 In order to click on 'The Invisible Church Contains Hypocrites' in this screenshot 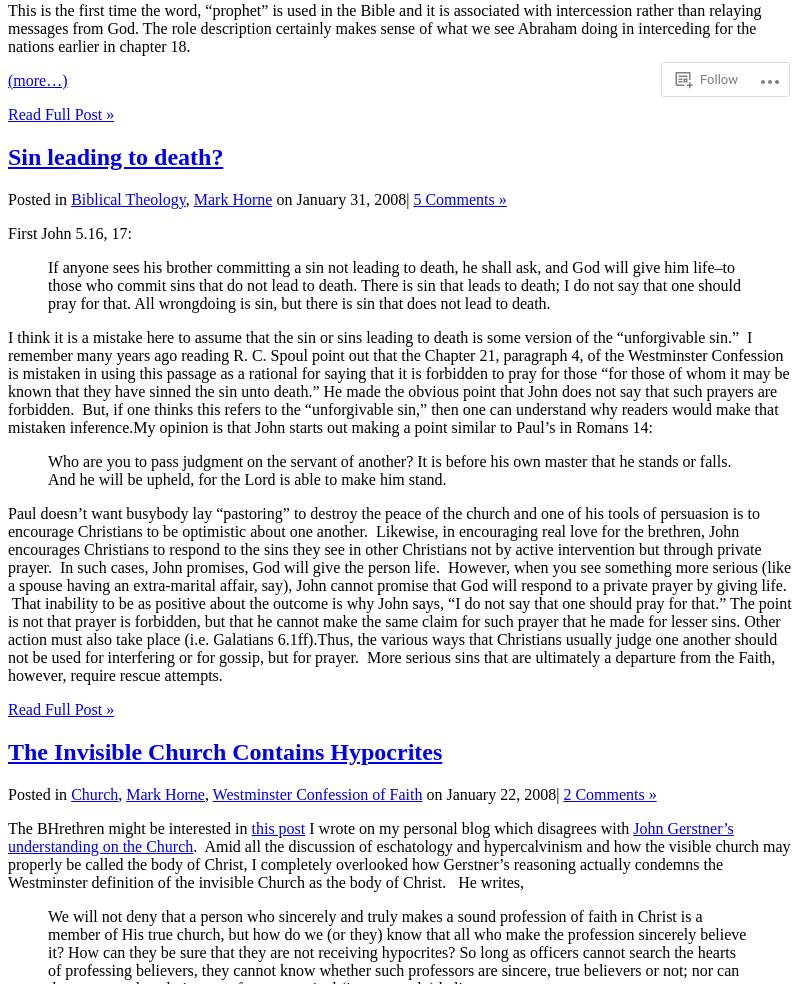, I will do `click(224, 749)`.